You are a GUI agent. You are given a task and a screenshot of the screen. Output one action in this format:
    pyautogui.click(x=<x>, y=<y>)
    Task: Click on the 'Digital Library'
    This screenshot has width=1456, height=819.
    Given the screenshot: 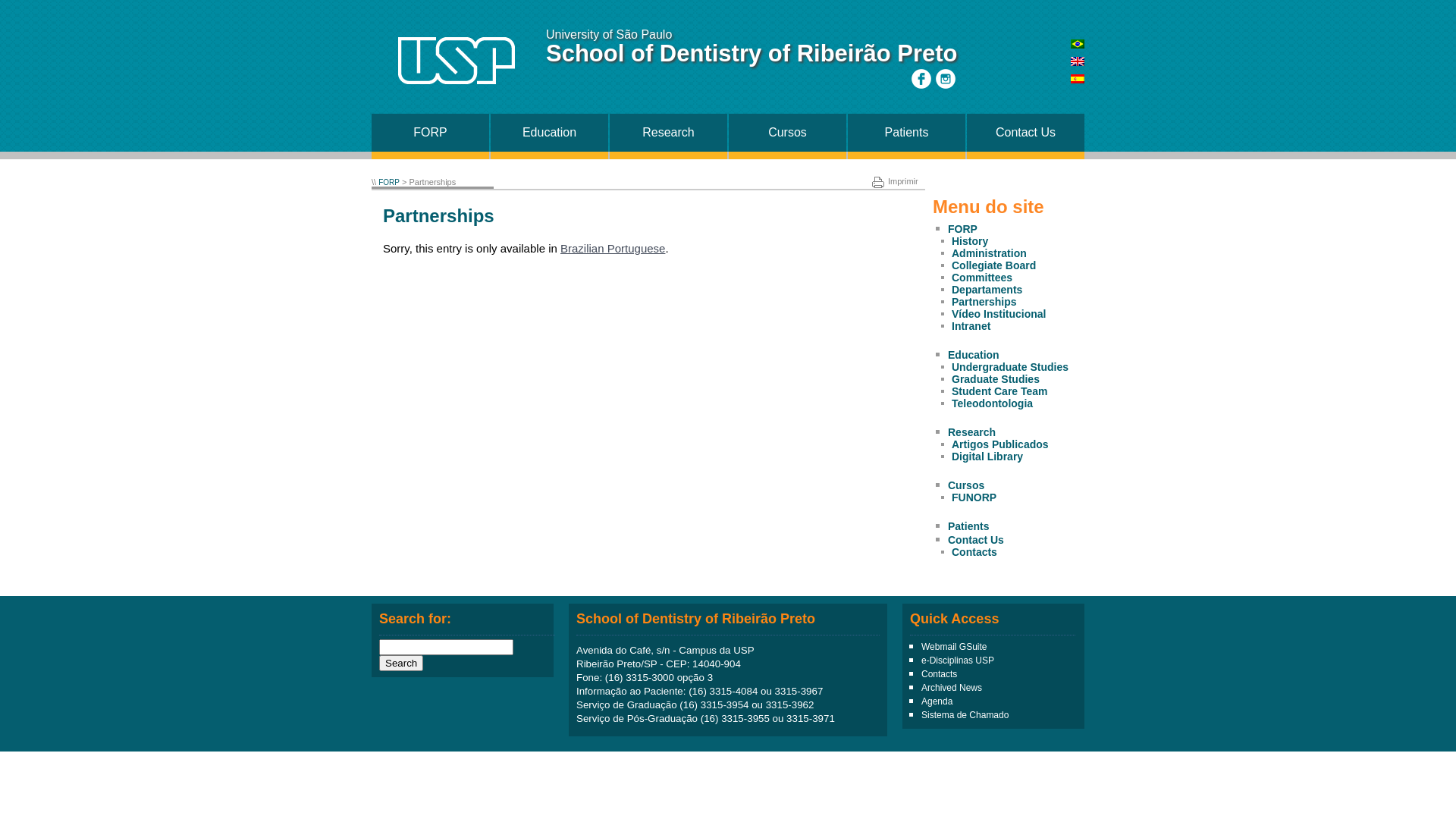 What is the action you would take?
    pyautogui.click(x=950, y=455)
    